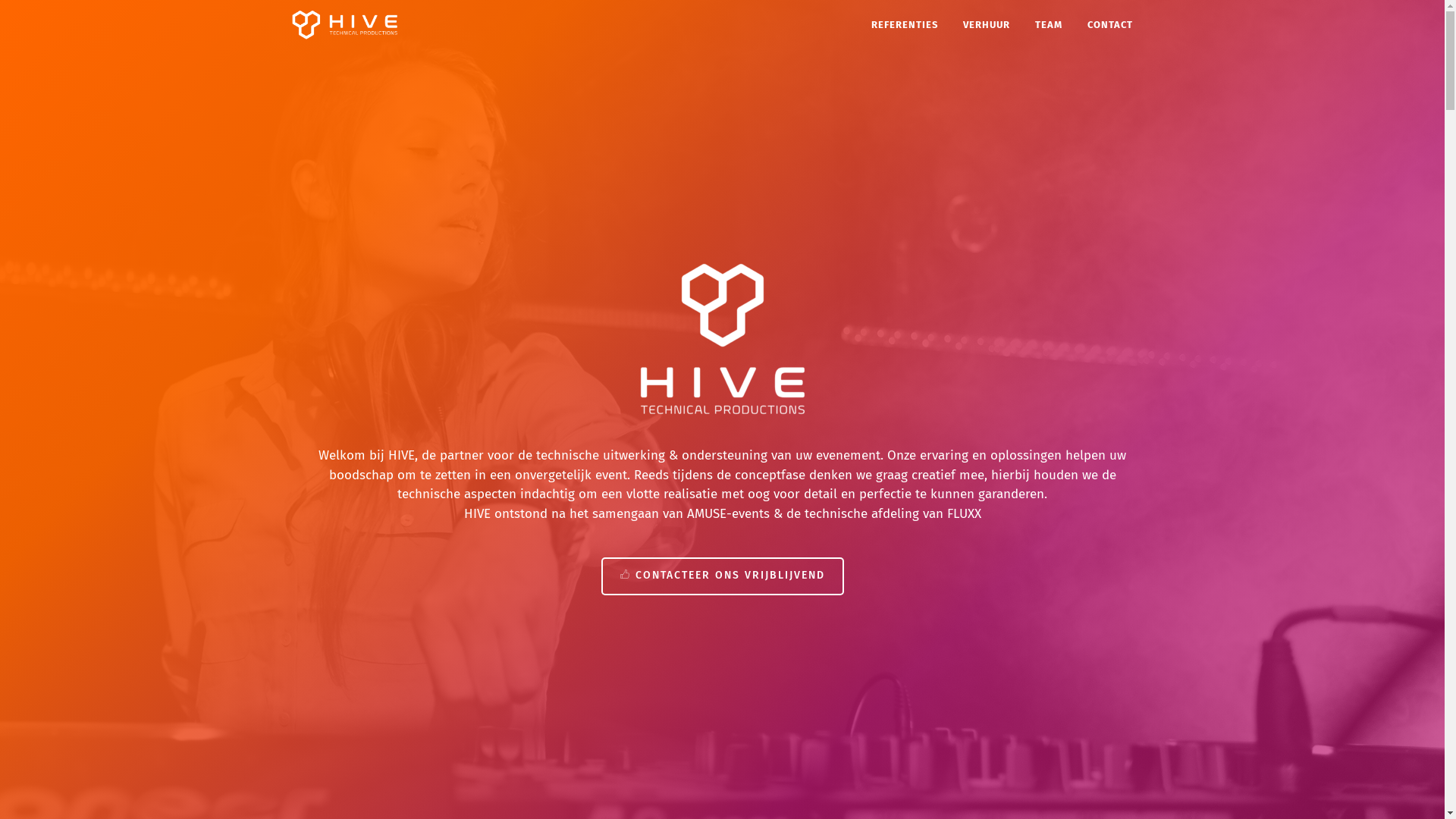  What do you see at coordinates (343, 24) in the screenshot?
I see `'Hive'` at bounding box center [343, 24].